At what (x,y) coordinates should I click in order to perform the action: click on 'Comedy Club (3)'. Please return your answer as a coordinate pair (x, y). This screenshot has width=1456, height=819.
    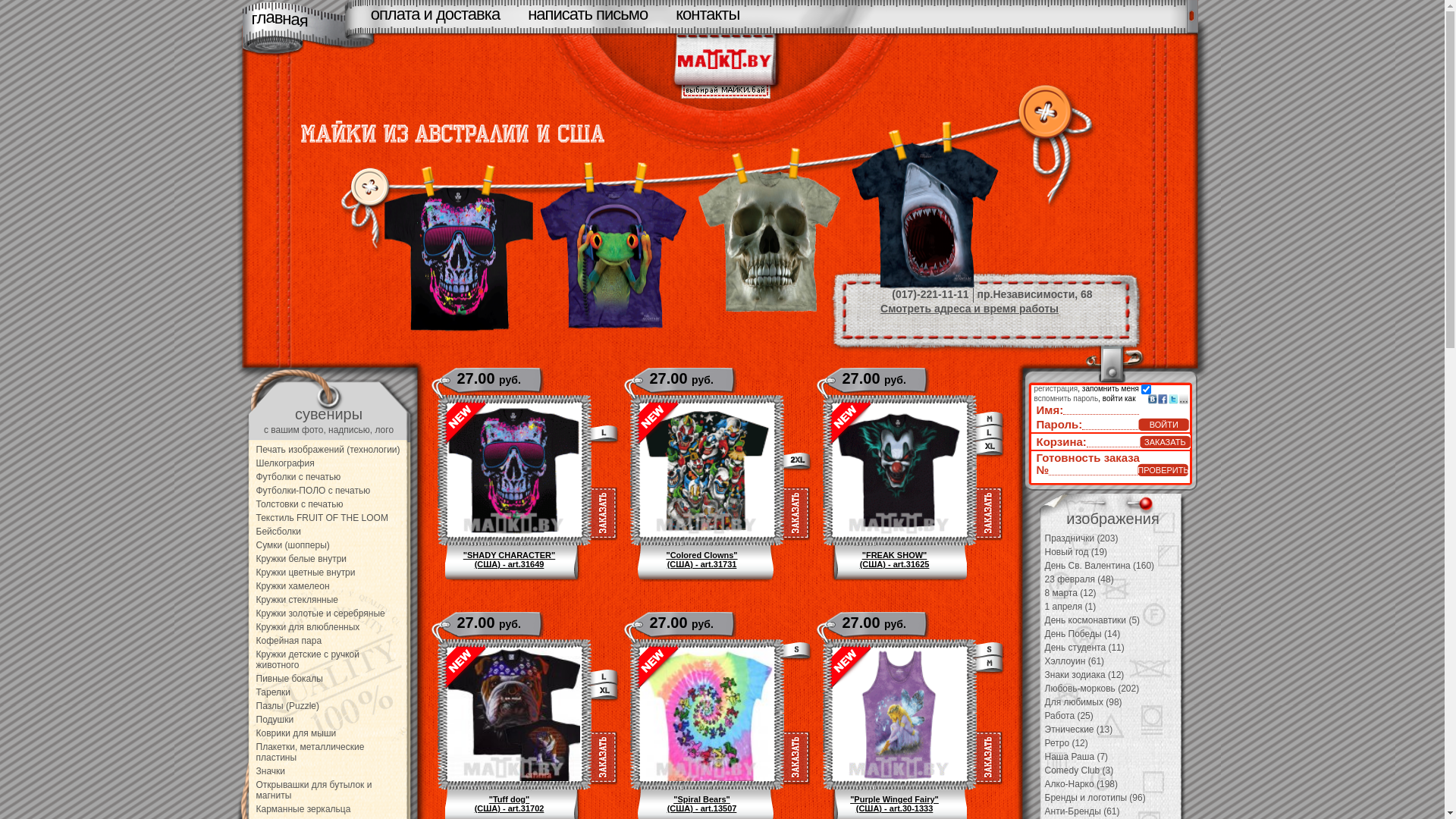
    Looking at the image, I should click on (1078, 770).